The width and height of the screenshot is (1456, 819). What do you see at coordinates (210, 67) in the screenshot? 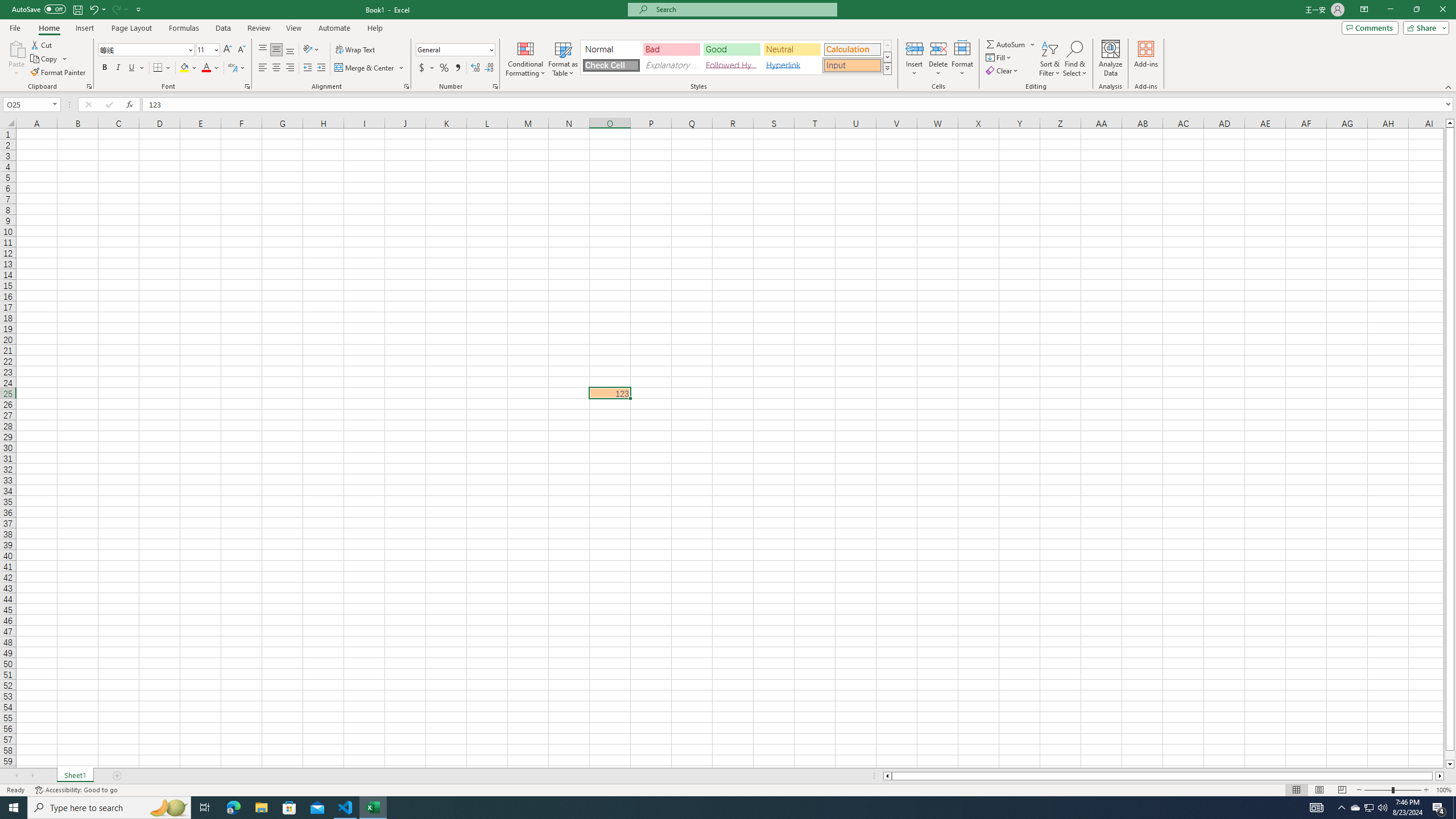
I see `'Font Color'` at bounding box center [210, 67].